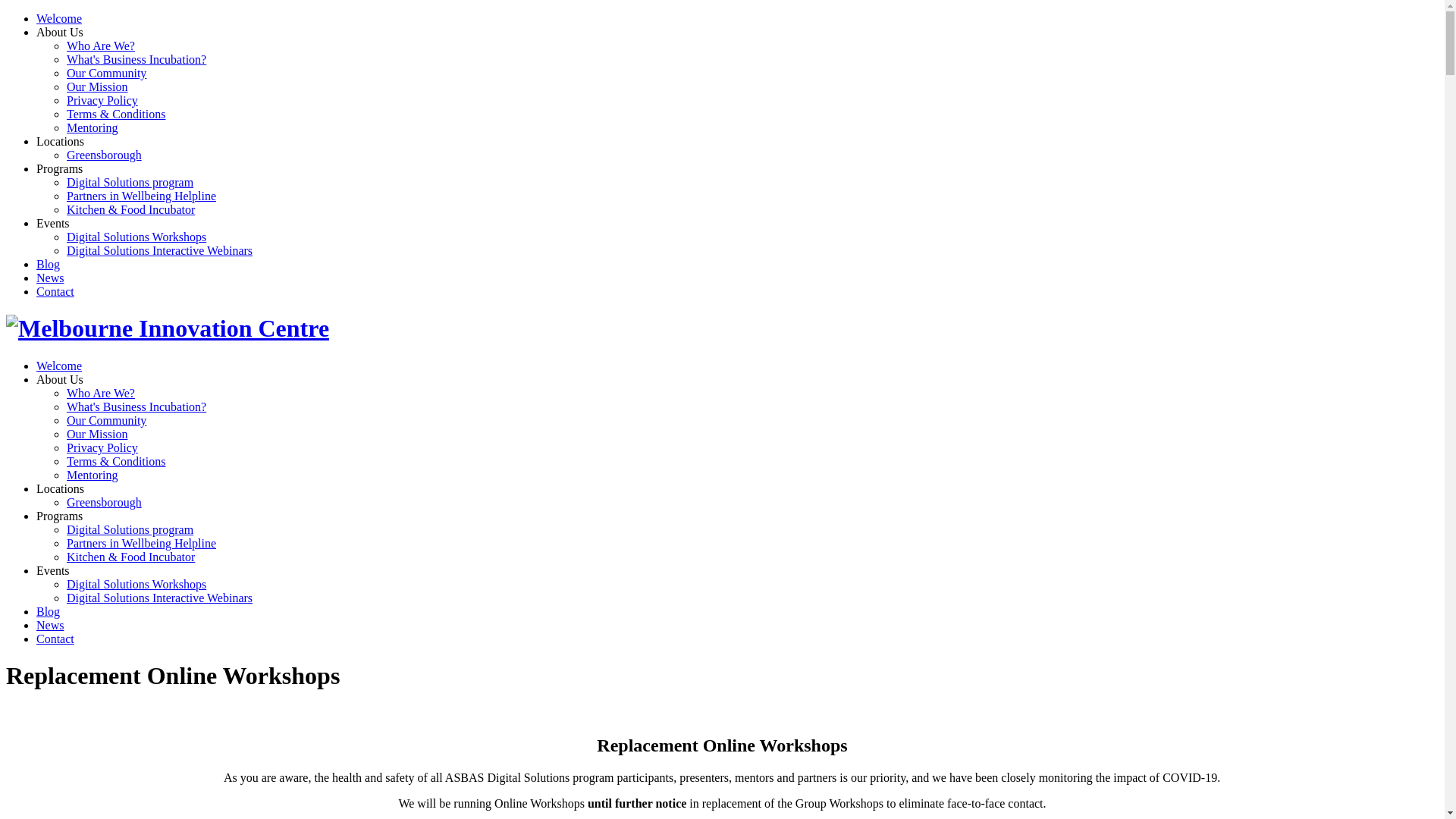 The image size is (1456, 819). Describe the element at coordinates (101, 100) in the screenshot. I see `'Privacy Policy'` at that location.